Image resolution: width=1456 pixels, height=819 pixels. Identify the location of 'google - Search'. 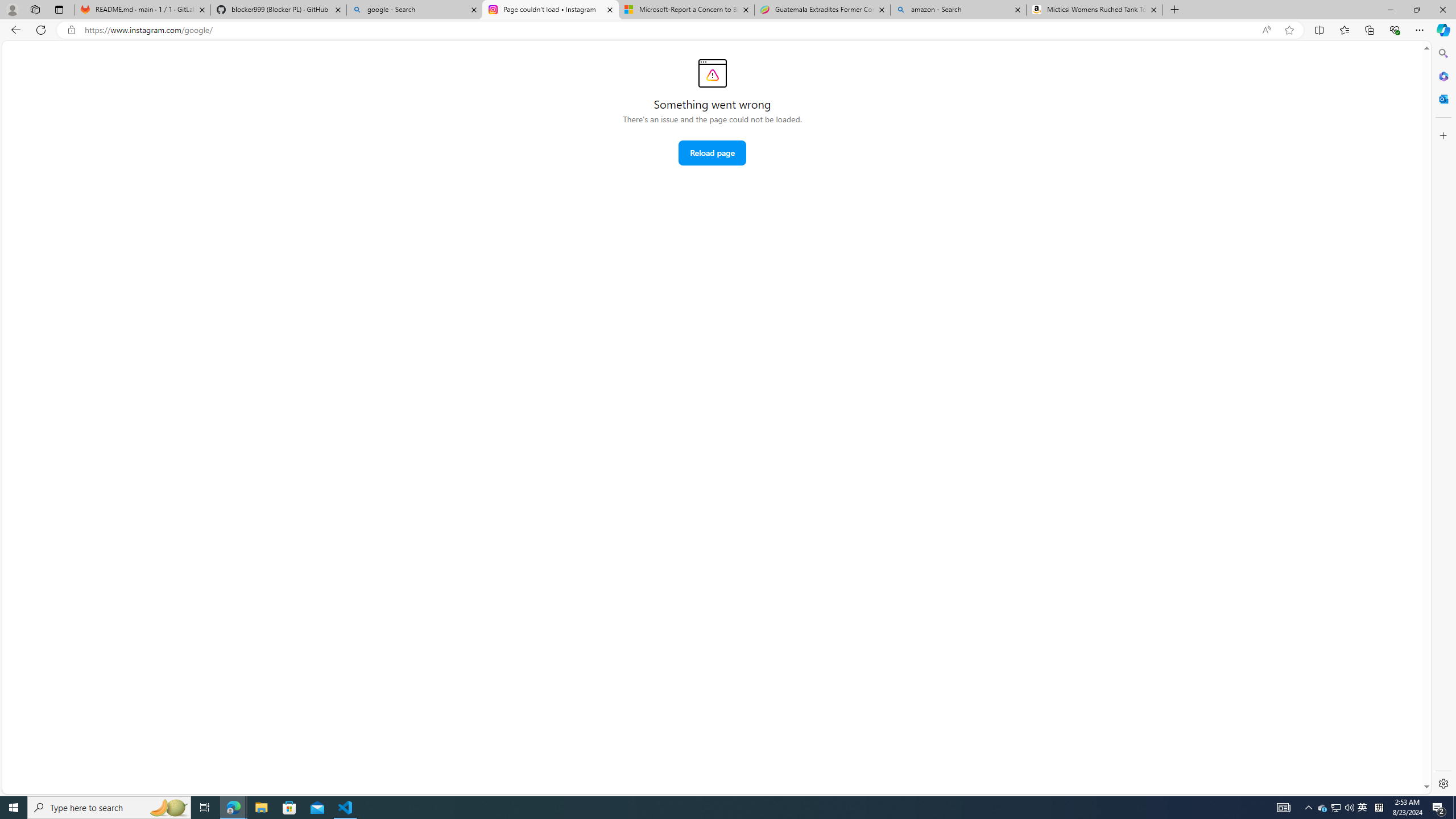
(415, 9).